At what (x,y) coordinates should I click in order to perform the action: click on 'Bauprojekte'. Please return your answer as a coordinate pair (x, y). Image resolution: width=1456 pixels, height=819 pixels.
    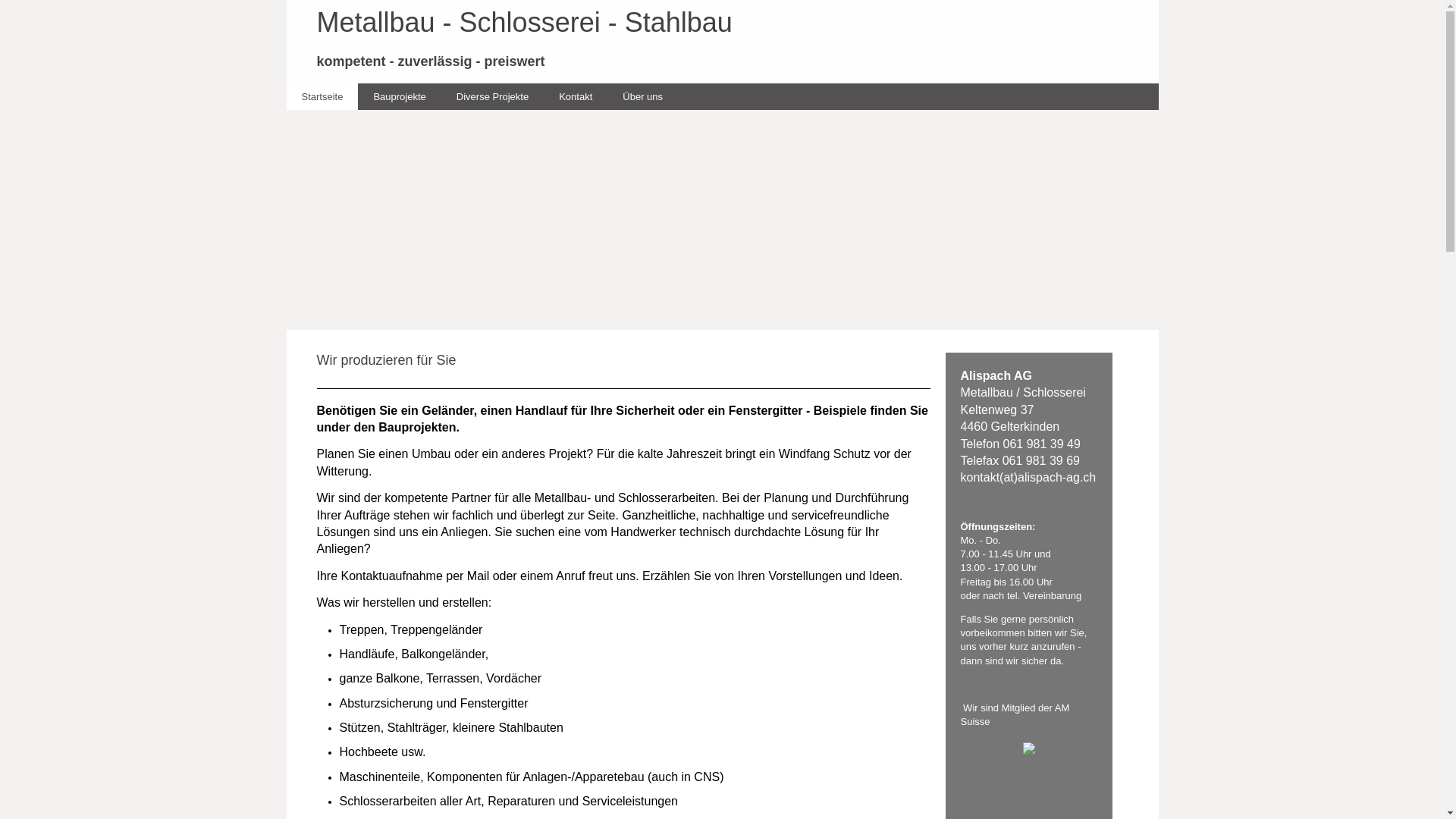
    Looking at the image, I should click on (399, 96).